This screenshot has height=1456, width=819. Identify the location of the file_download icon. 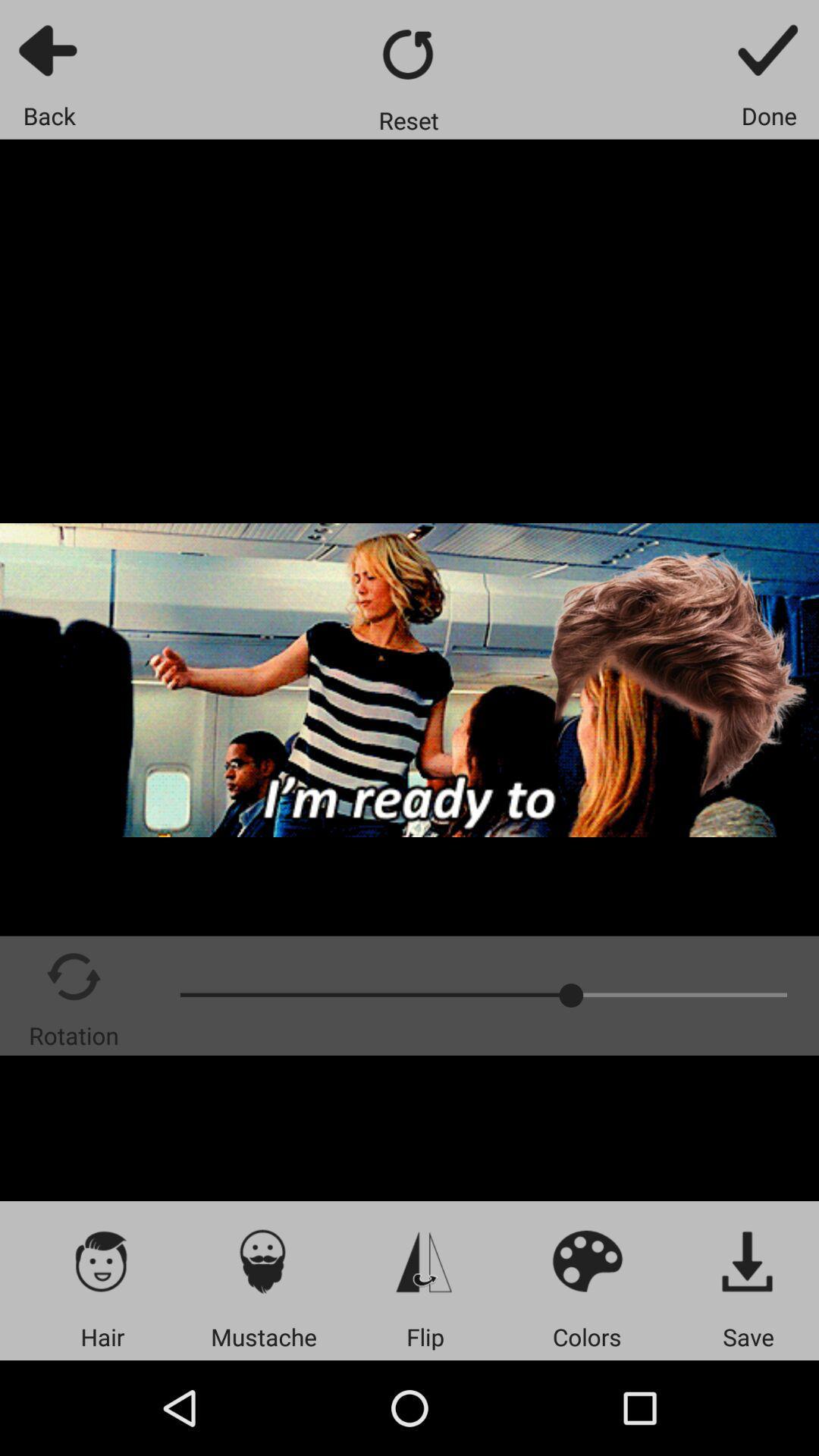
(748, 1260).